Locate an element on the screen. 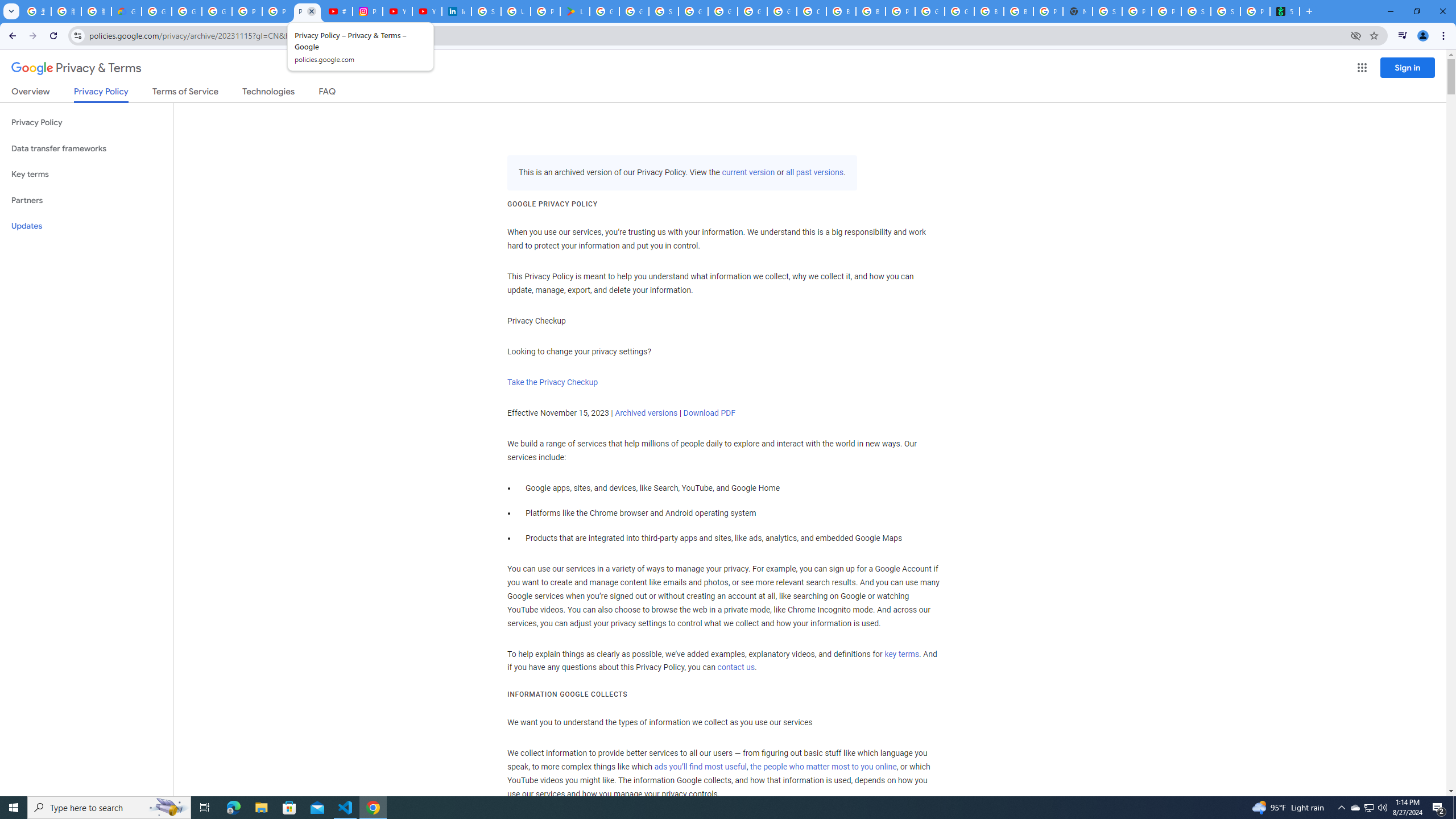 Image resolution: width=1456 pixels, height=819 pixels. 'Google Cloud Platform' is located at coordinates (959, 11).